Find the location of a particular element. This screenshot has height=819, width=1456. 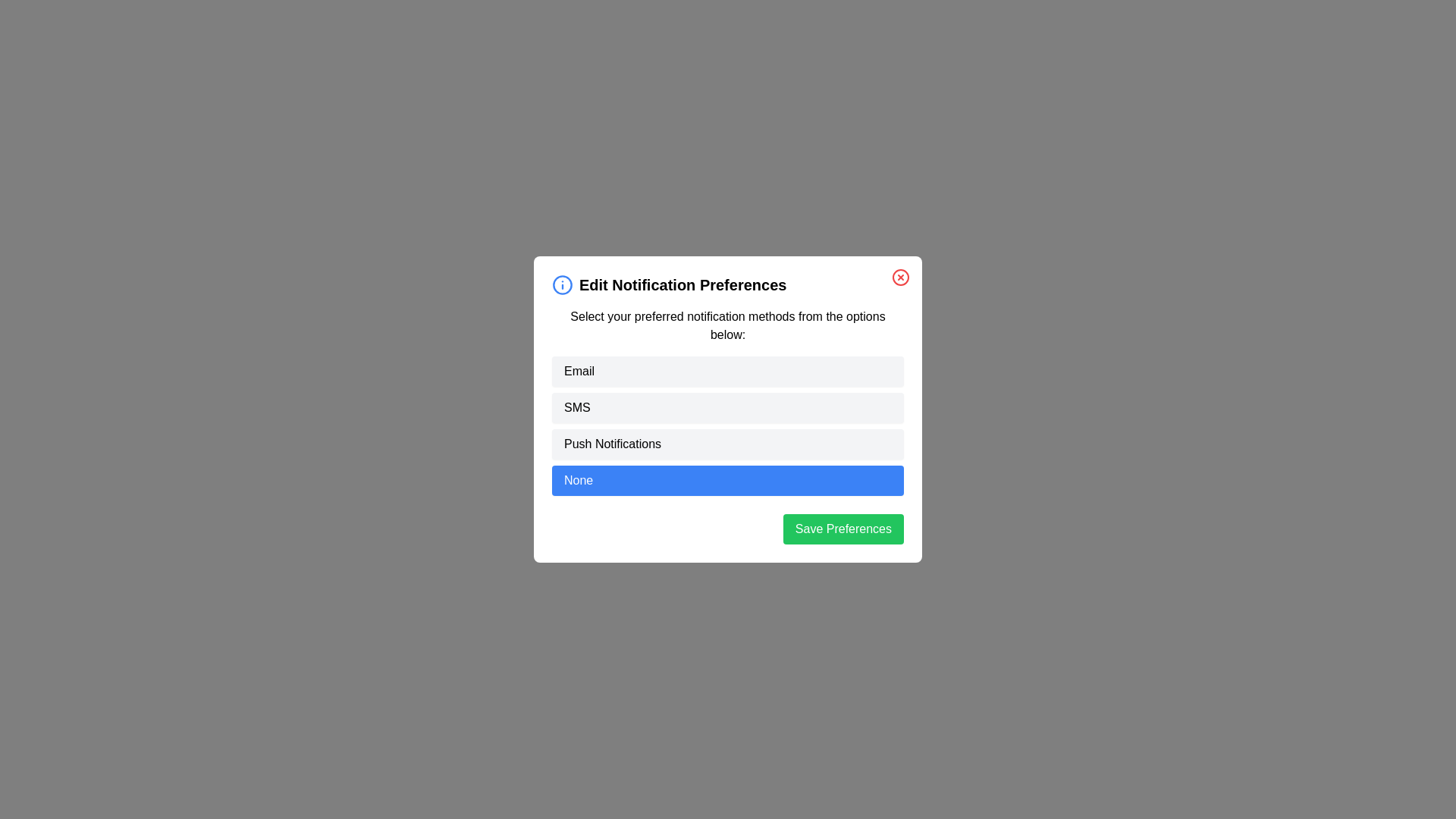

the close button in the top-right corner of the dialog to close it is located at coordinates (901, 278).